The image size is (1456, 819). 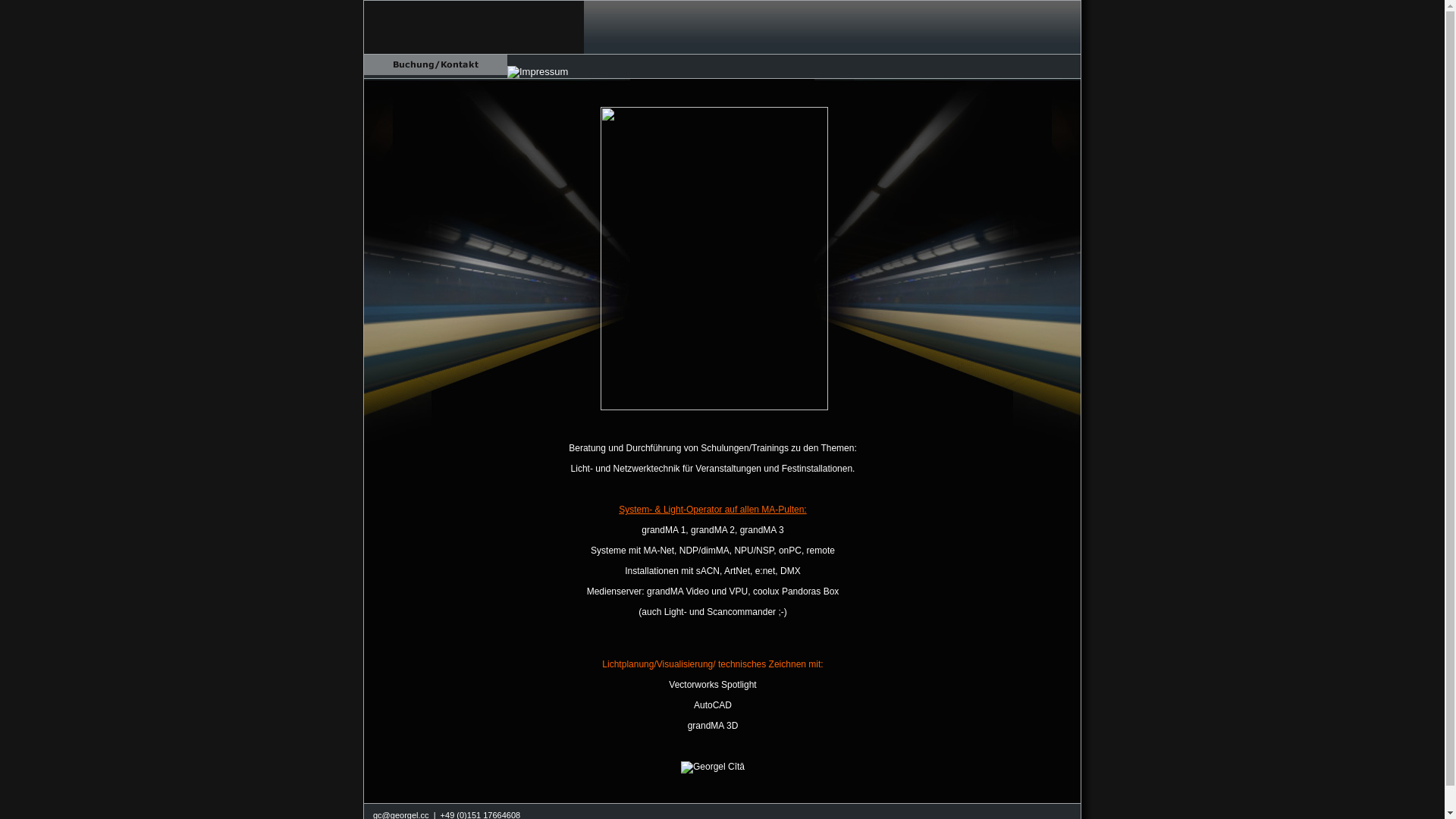 What do you see at coordinates (538, 72) in the screenshot?
I see `'Impressum'` at bounding box center [538, 72].